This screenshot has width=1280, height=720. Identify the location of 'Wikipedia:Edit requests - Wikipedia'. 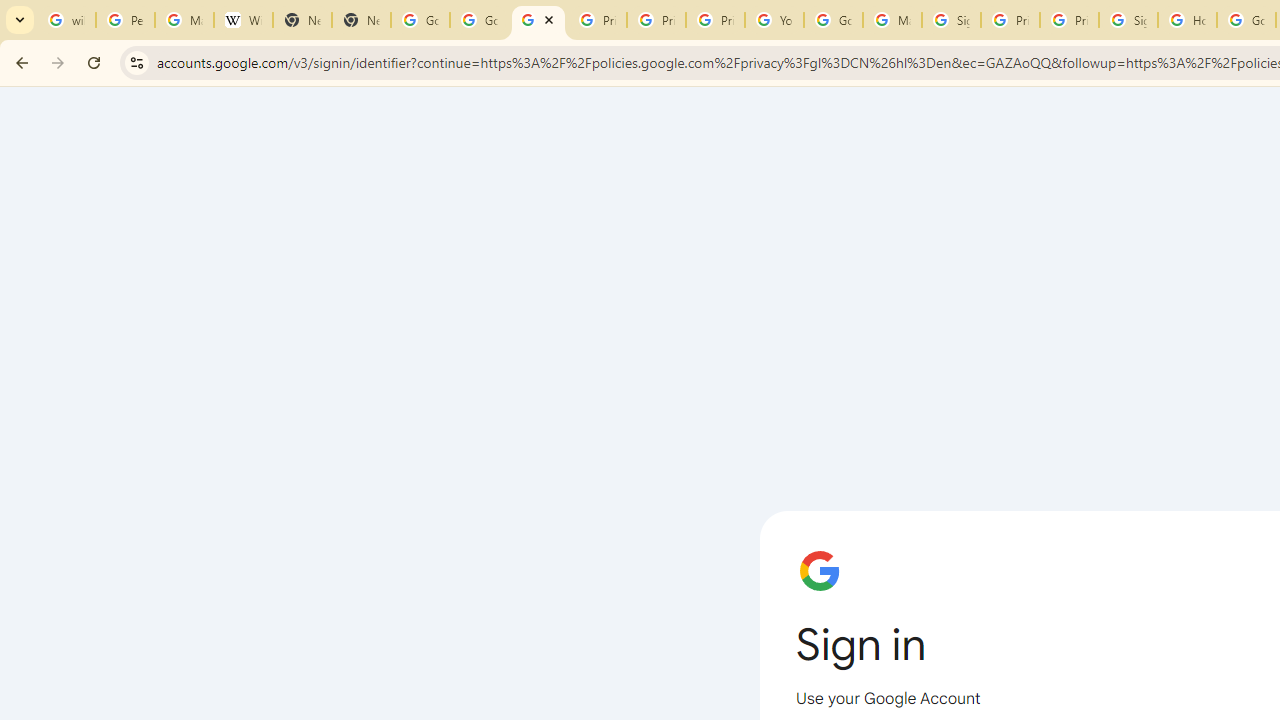
(242, 20).